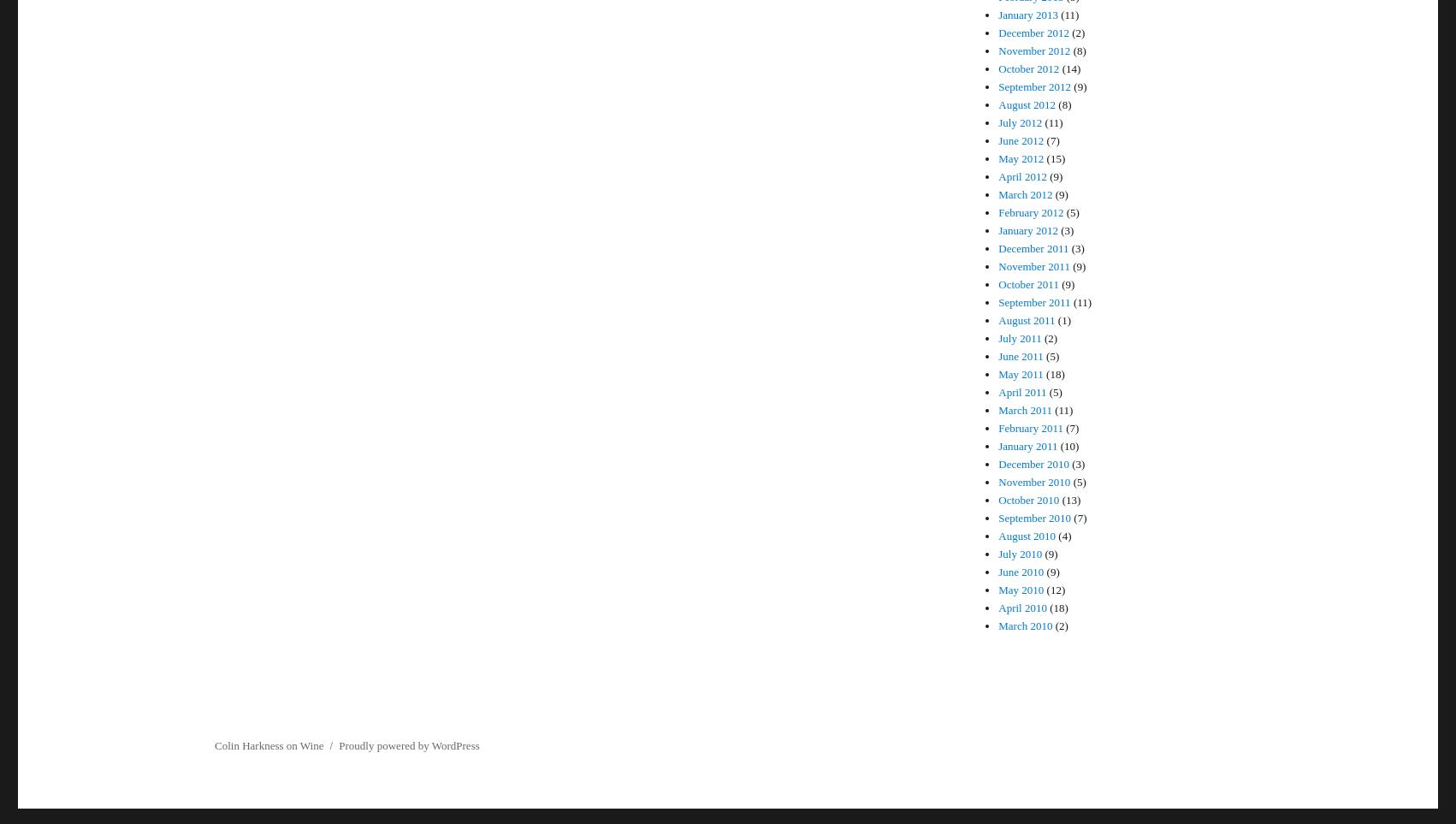 The image size is (1456, 824). Describe the element at coordinates (1021, 391) in the screenshot. I see `'April 2011'` at that location.